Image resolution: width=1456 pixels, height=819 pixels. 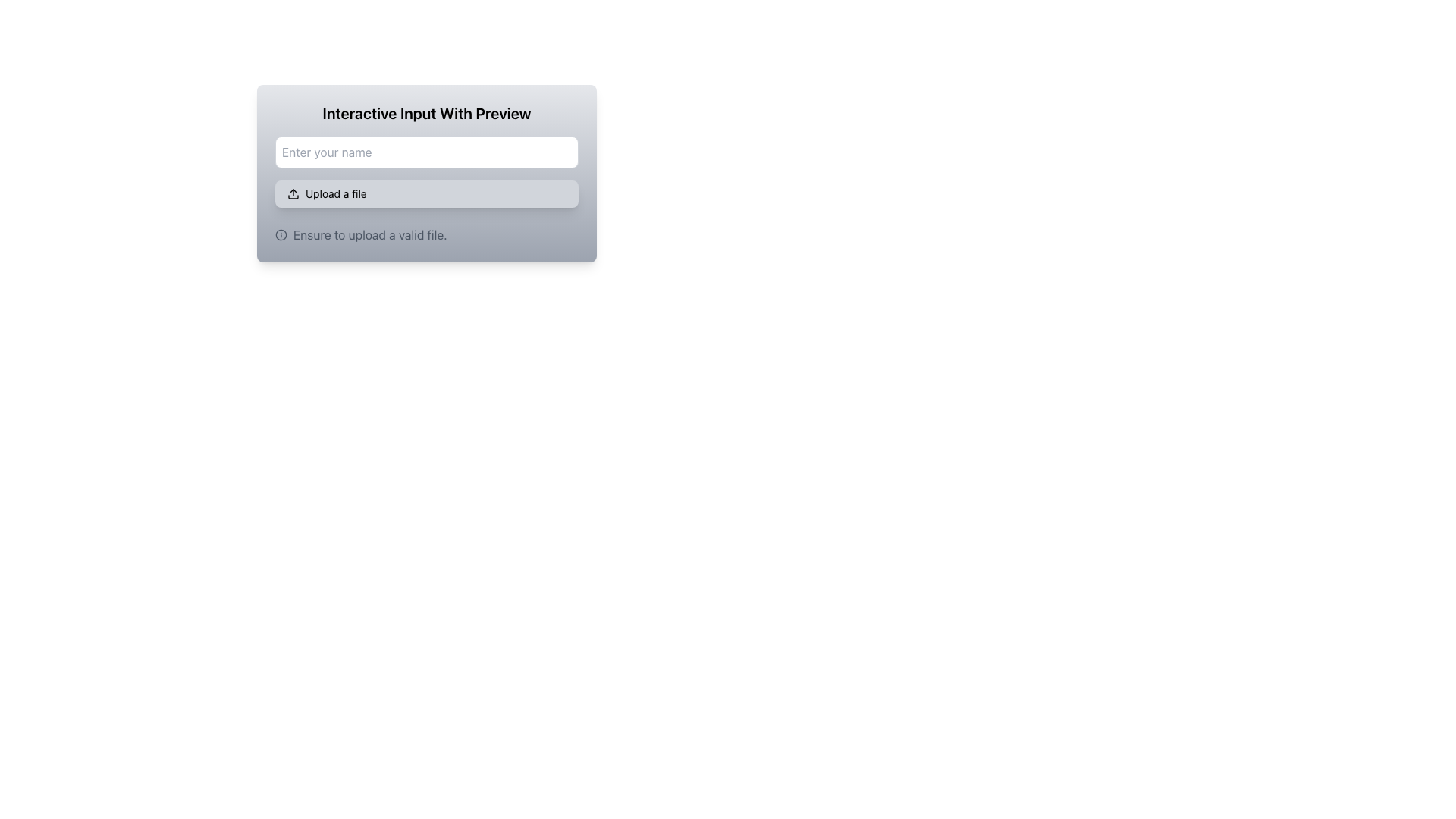 I want to click on the circular 'info' icon located to the left of the text 'Ensure to upload a valid file.', so click(x=281, y=234).